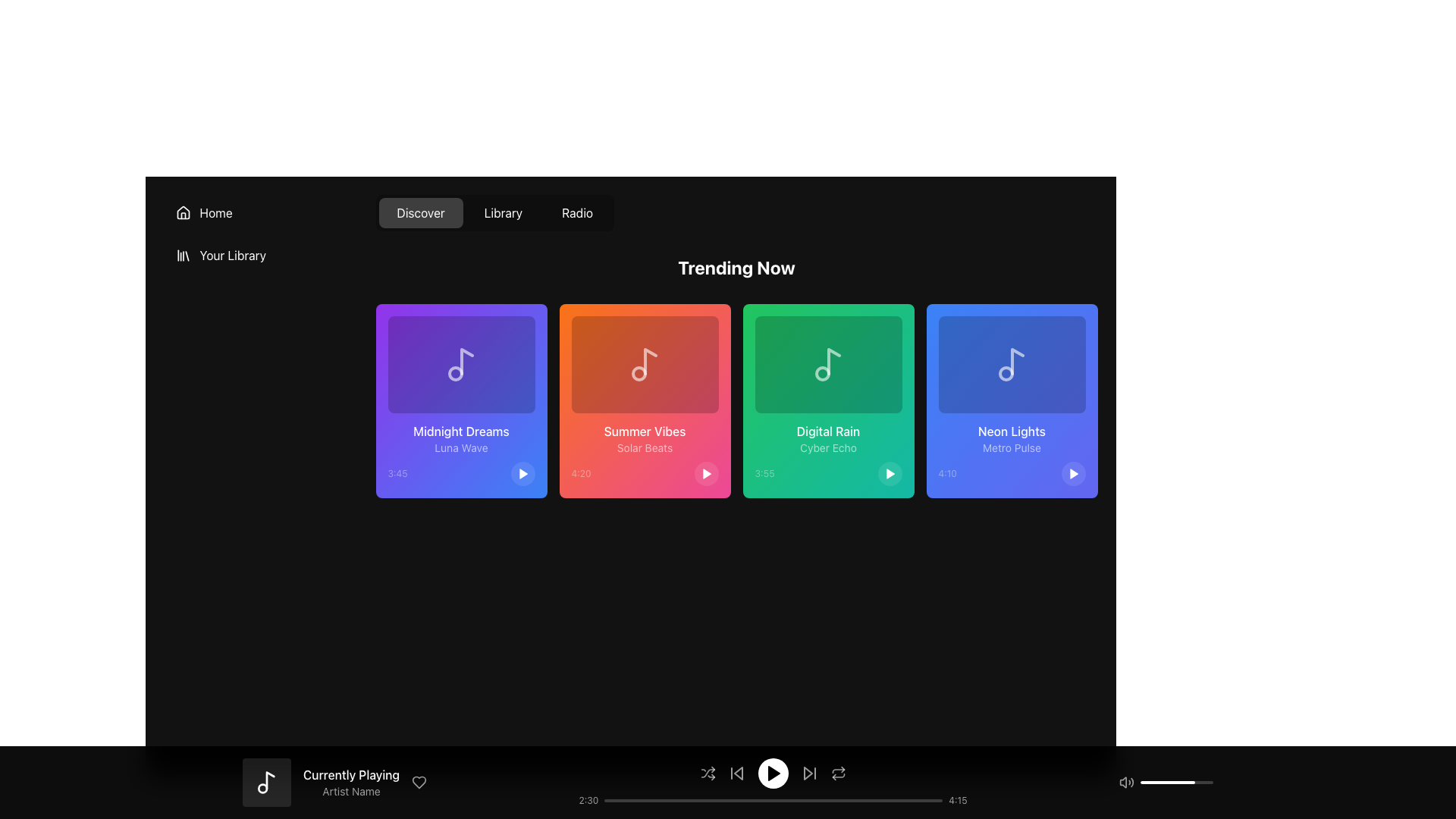 This screenshot has width=1456, height=819. Describe the element at coordinates (1012, 365) in the screenshot. I see `the musical track icon in the rightmost card of the 'Trending Now' section, which features a blue gradient background and the text 'Neon Lights' and 'Metro Pulse' below it` at that location.